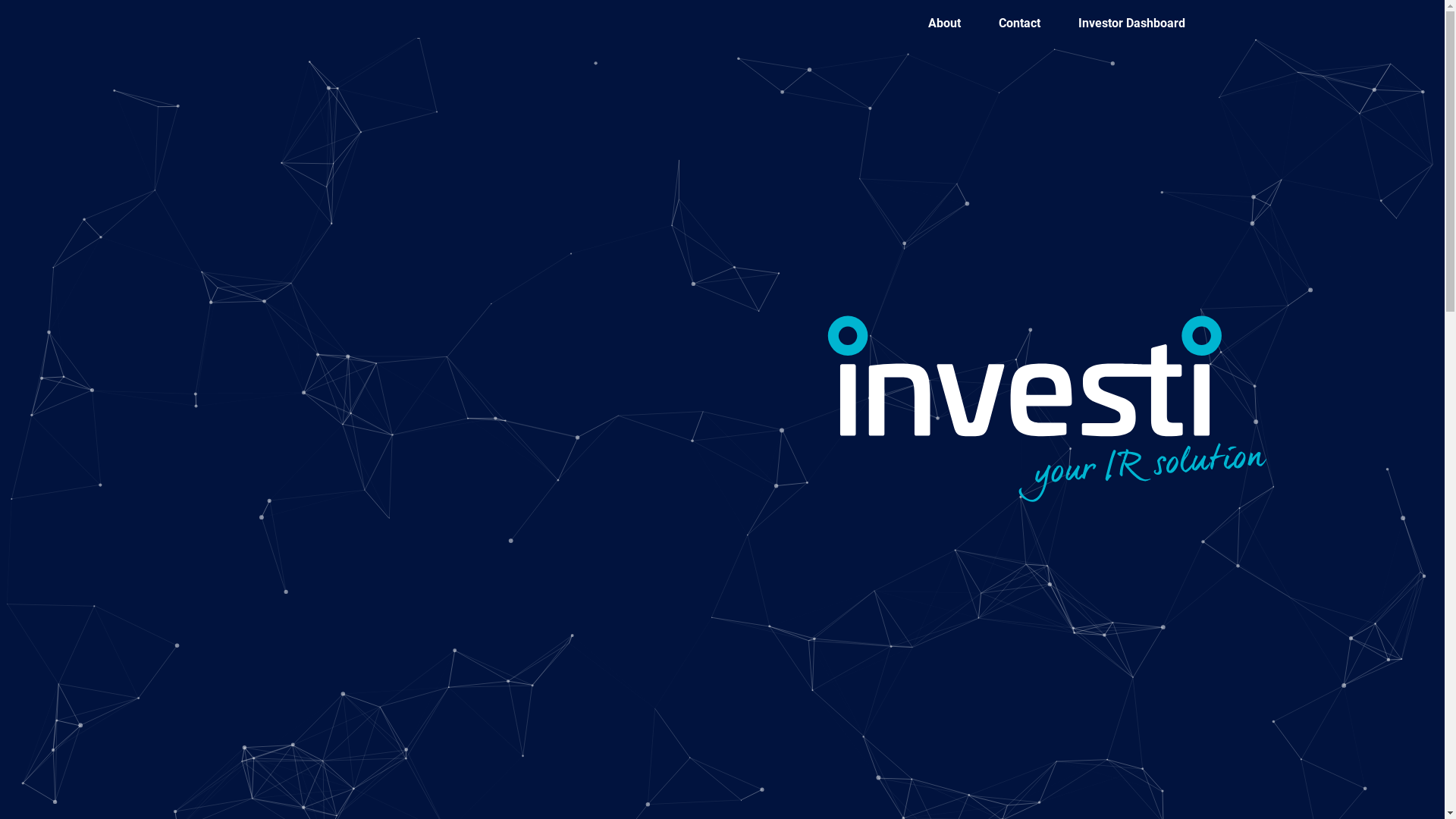 This screenshot has height=819, width=1456. Describe the element at coordinates (1018, 23) in the screenshot. I see `'Contact'` at that location.